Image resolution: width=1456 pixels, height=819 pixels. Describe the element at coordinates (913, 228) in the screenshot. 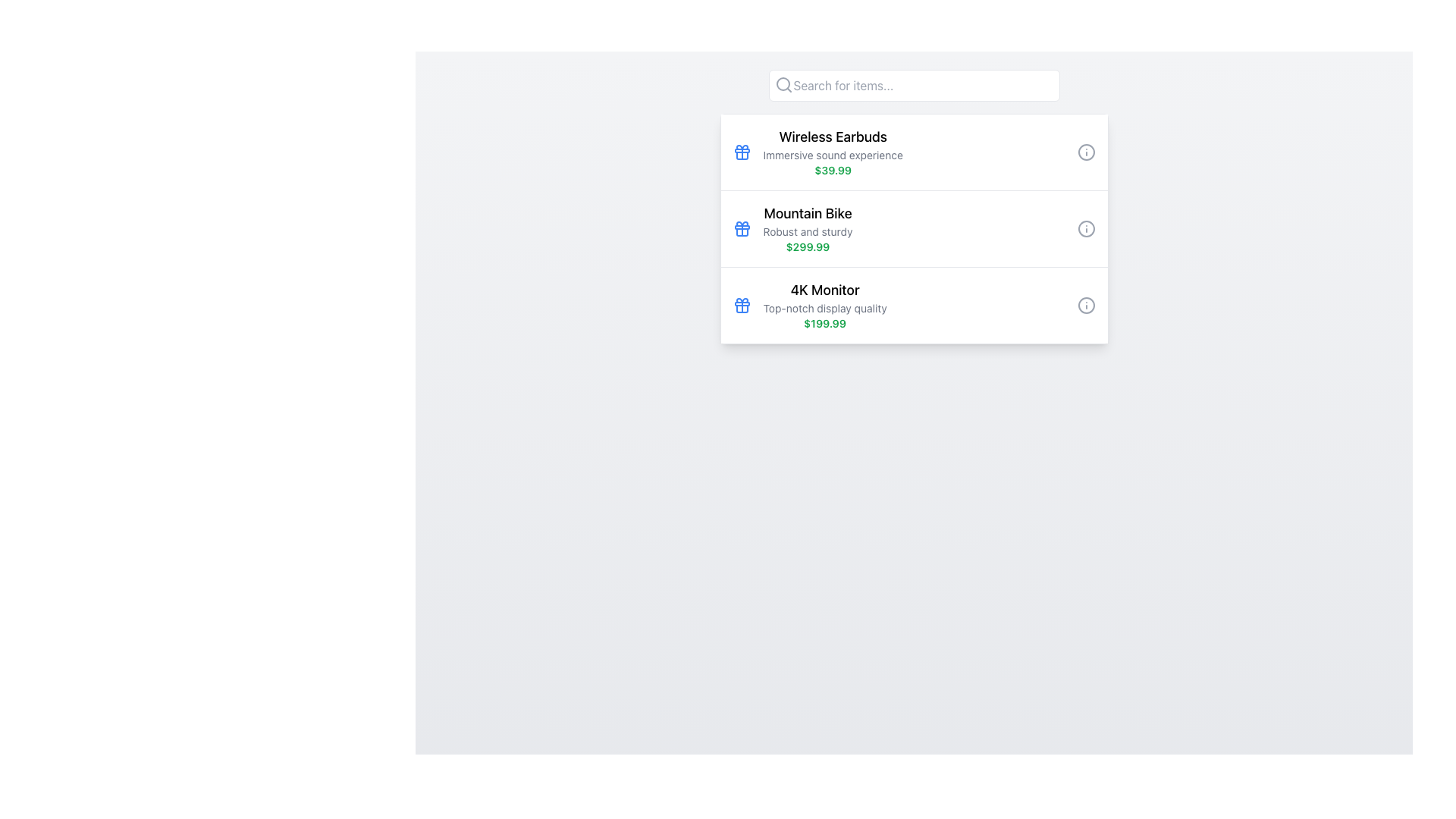

I see `the second list item displaying a product's details` at that location.